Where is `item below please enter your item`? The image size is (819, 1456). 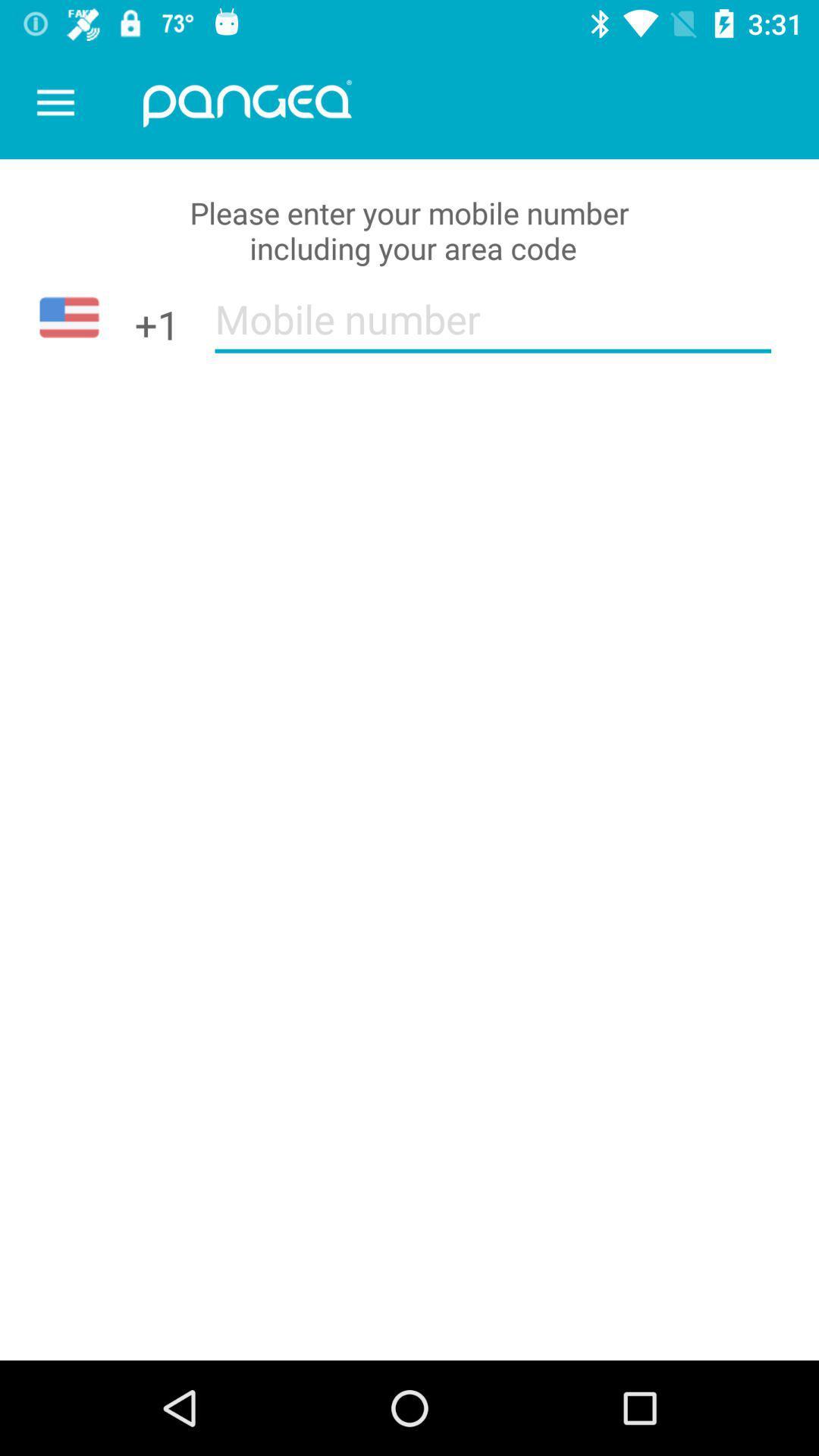
item below please enter your item is located at coordinates (493, 328).